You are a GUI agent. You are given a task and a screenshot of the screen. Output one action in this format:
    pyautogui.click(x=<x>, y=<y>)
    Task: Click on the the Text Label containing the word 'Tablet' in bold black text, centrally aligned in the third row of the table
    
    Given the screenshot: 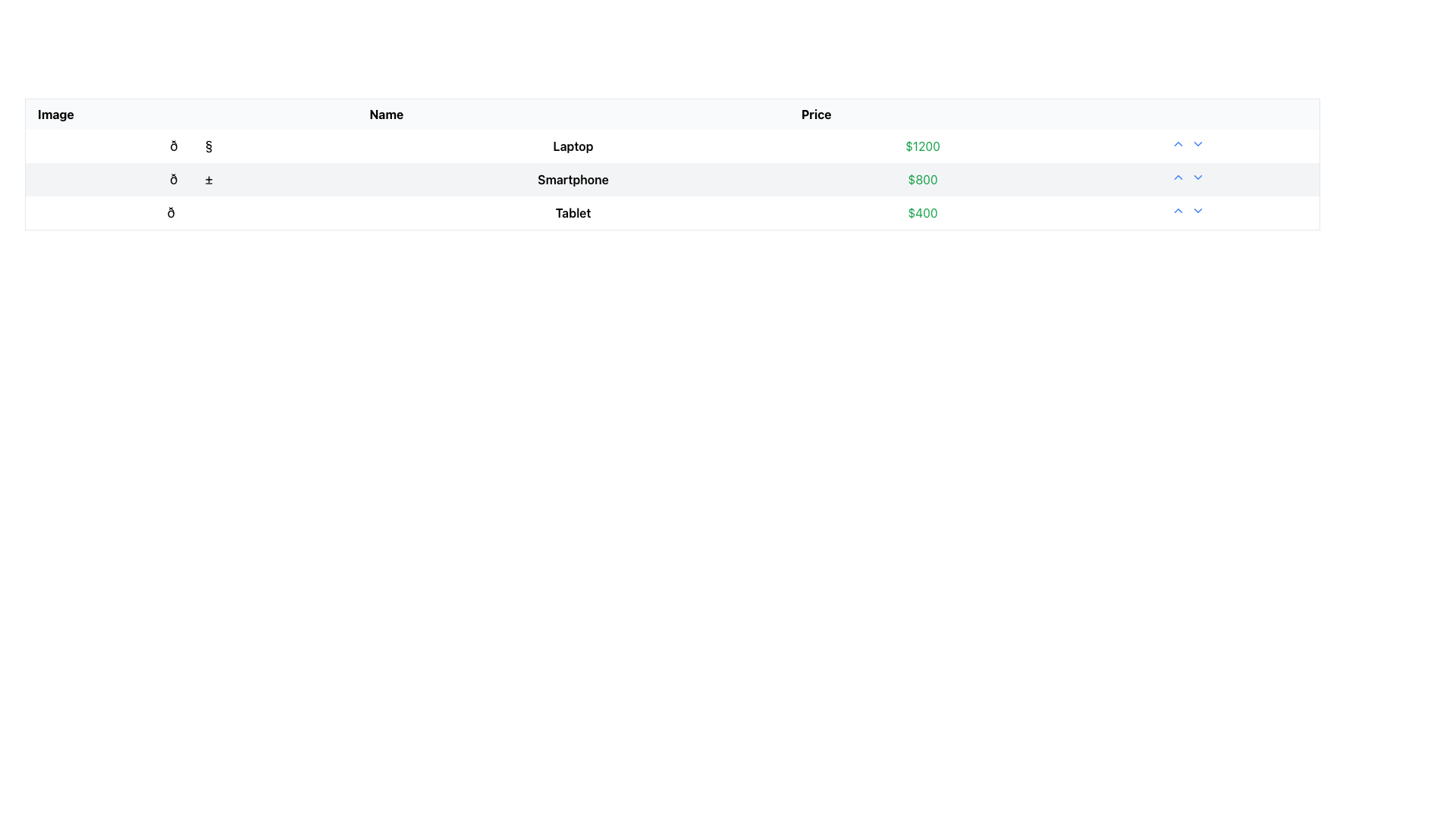 What is the action you would take?
    pyautogui.click(x=573, y=213)
    